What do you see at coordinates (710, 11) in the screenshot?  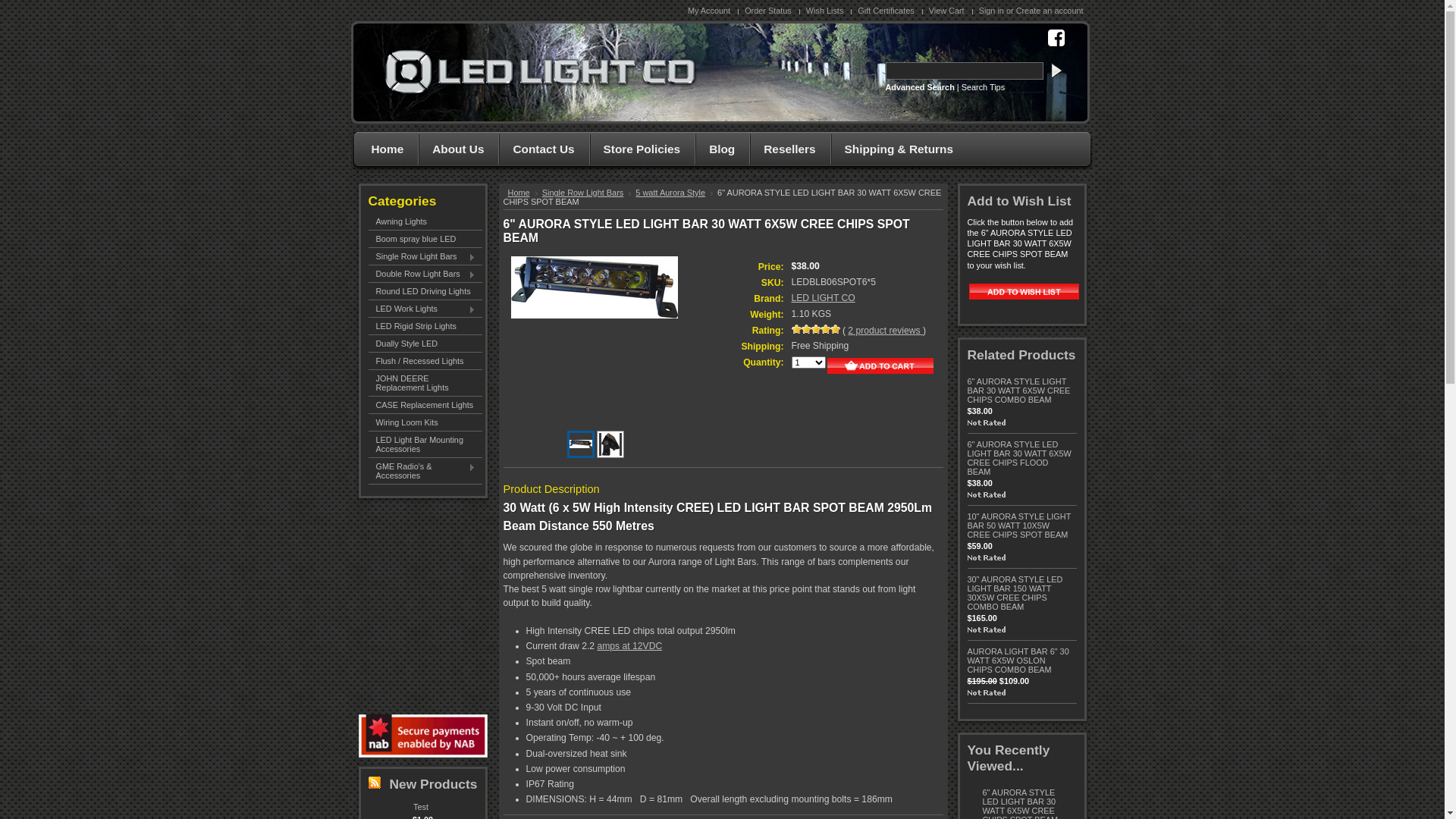 I see `'My Account'` at bounding box center [710, 11].